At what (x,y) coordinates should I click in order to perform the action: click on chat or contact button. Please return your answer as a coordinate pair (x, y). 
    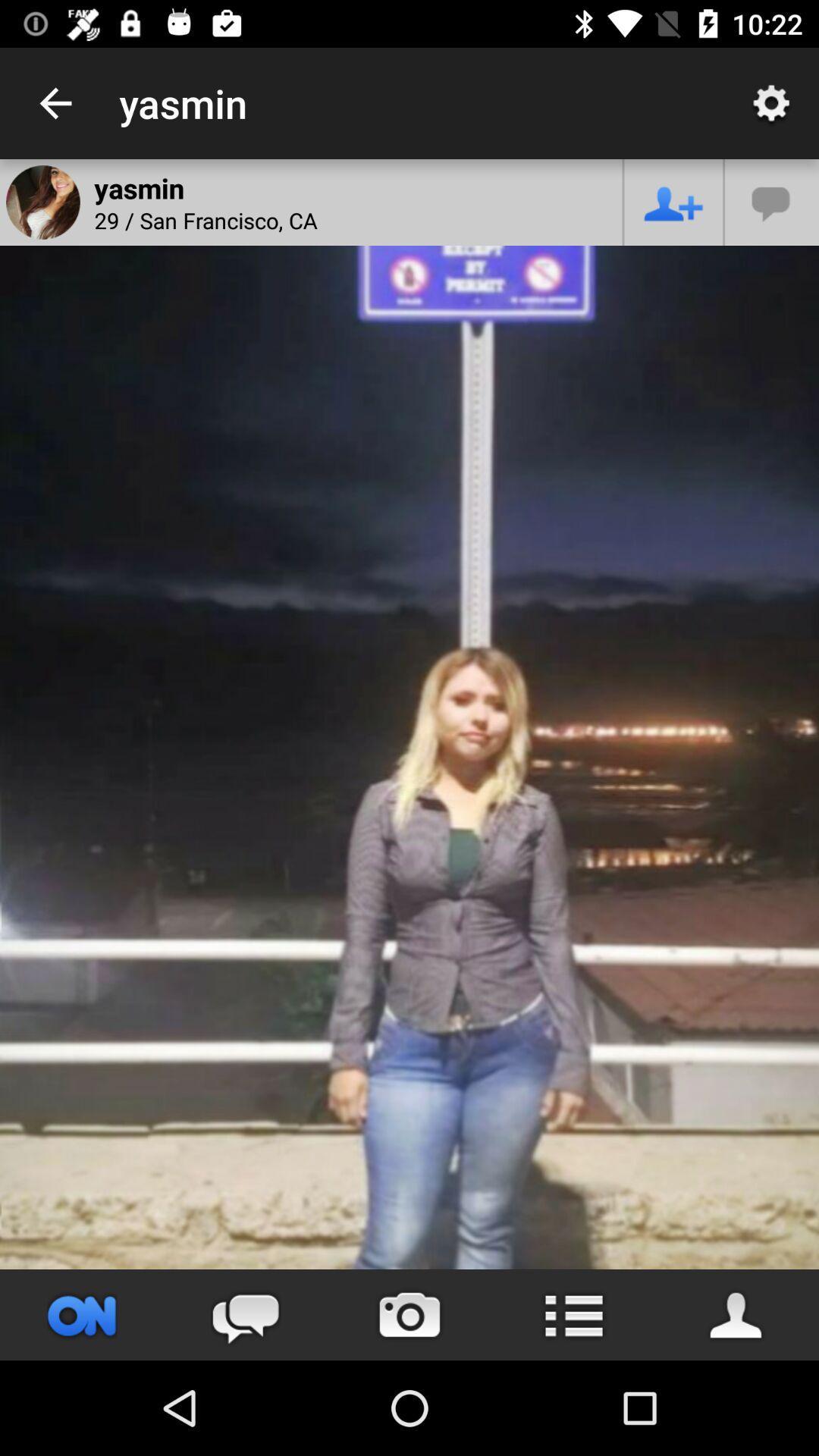
    Looking at the image, I should click on (772, 201).